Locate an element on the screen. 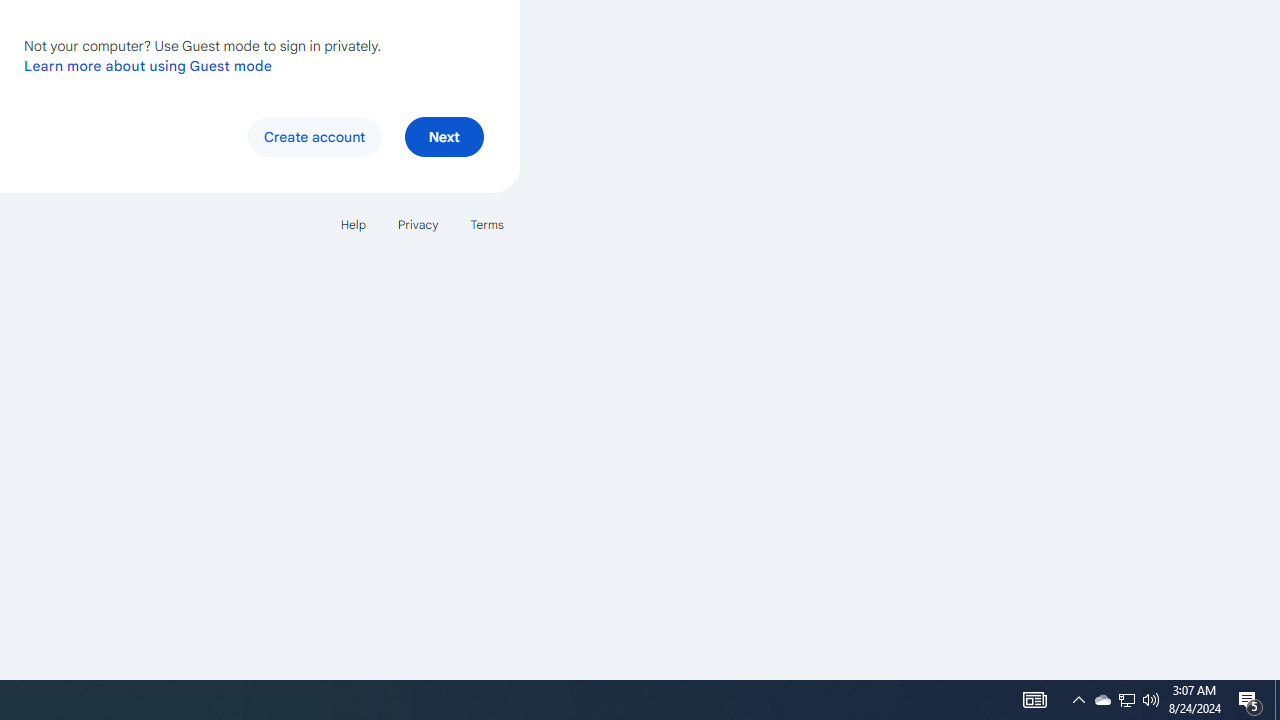 Image resolution: width=1280 pixels, height=720 pixels. 'Help' is located at coordinates (352, 224).